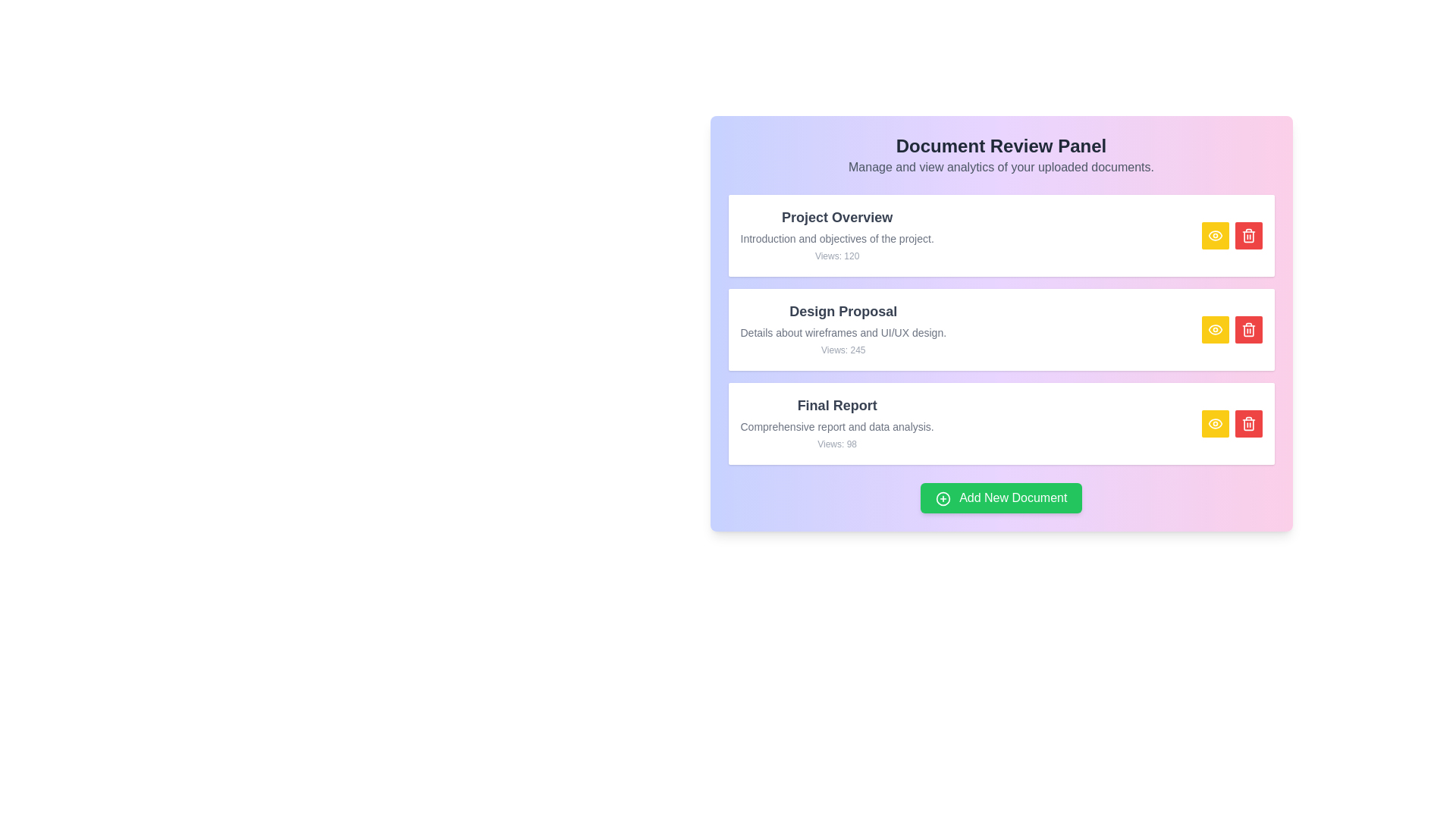 The width and height of the screenshot is (1456, 819). I want to click on view button for the document titled 'Design Proposal', so click(1215, 329).